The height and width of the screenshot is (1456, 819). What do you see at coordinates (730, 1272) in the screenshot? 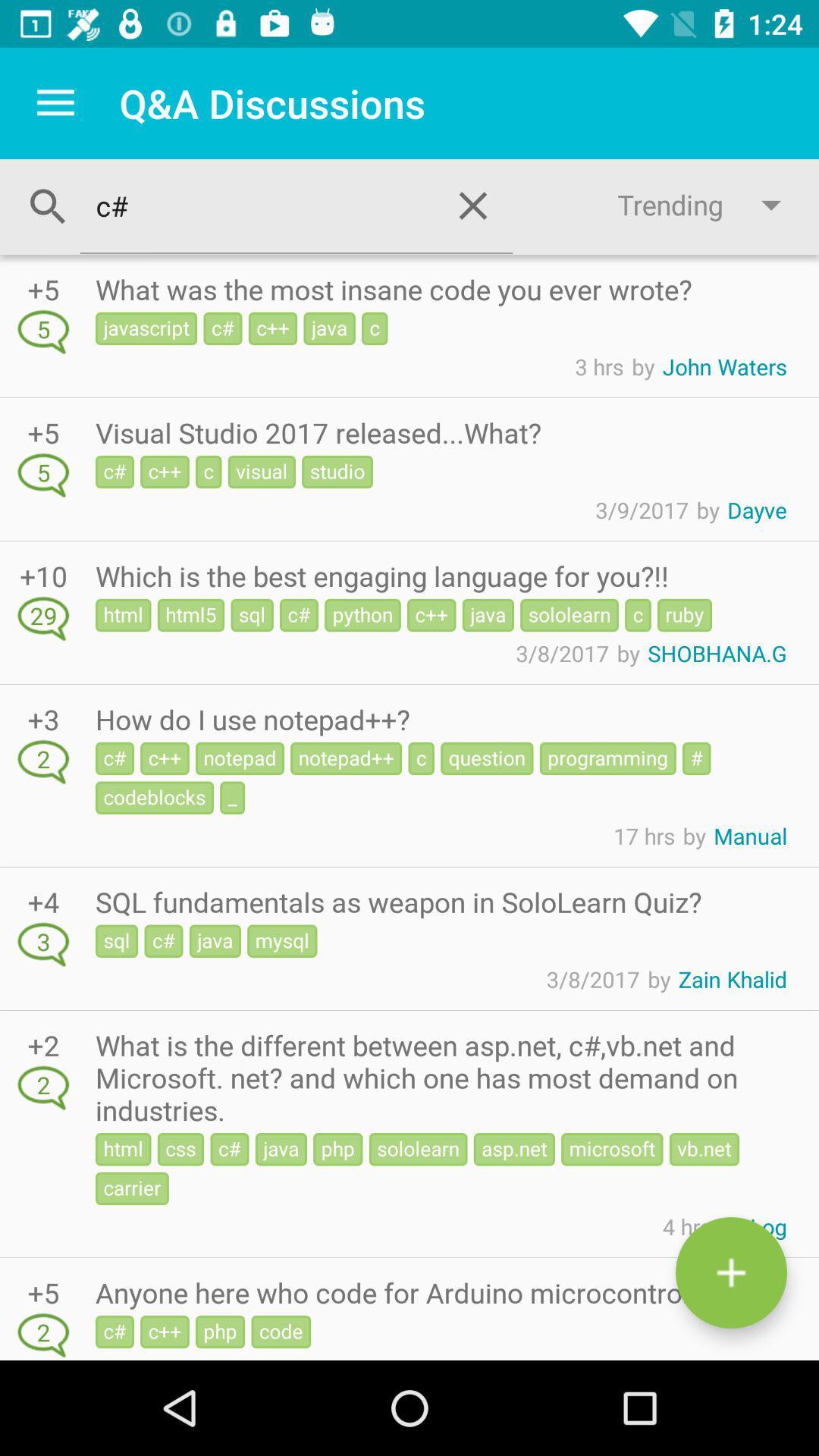
I see `the add symbol at the bottom right corner of the page` at bounding box center [730, 1272].